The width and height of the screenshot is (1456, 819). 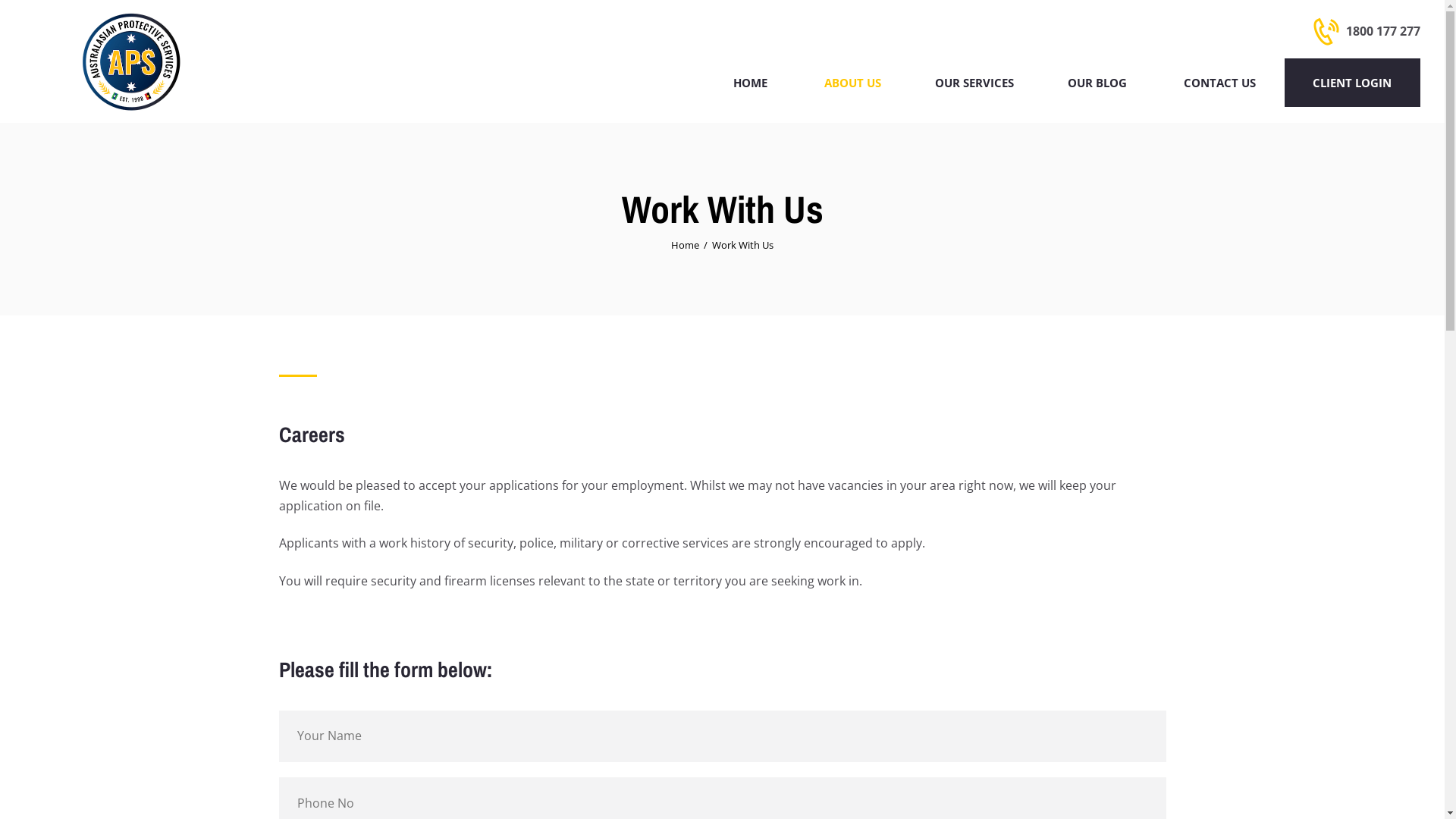 What do you see at coordinates (973, 82) in the screenshot?
I see `'OUR SERVICES'` at bounding box center [973, 82].